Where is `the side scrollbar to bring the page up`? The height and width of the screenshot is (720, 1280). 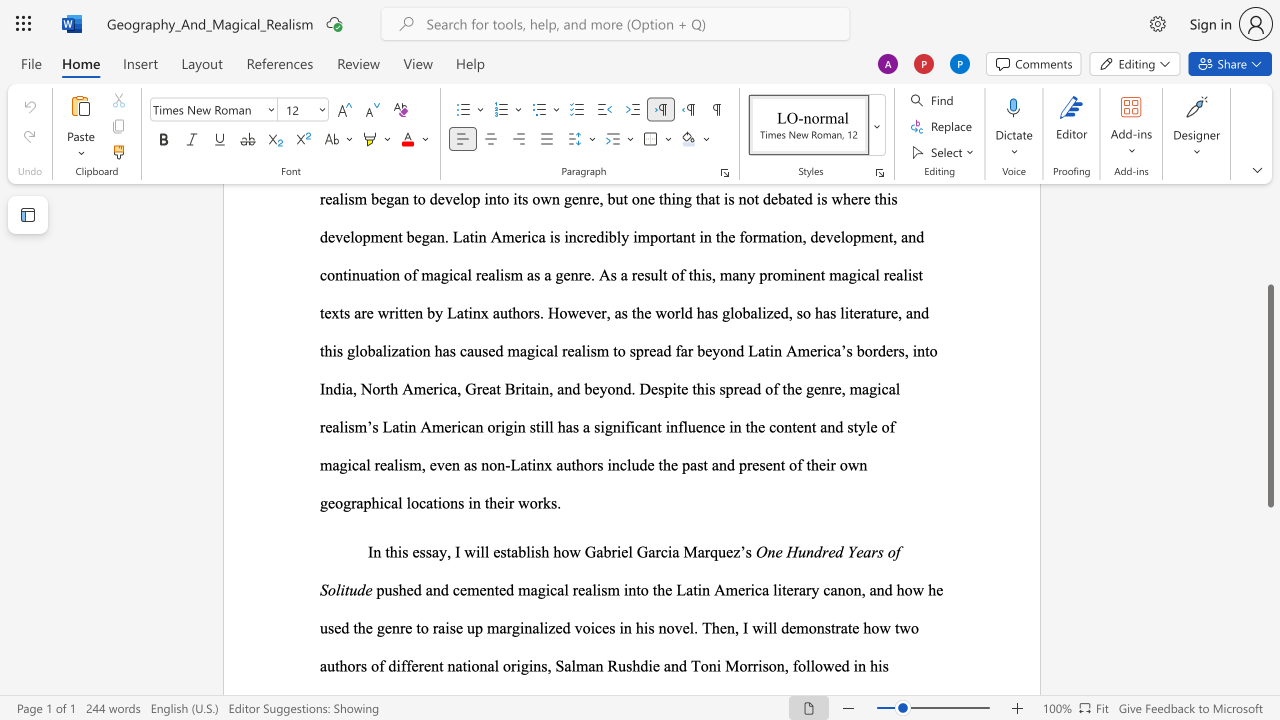 the side scrollbar to bring the page up is located at coordinates (1269, 228).